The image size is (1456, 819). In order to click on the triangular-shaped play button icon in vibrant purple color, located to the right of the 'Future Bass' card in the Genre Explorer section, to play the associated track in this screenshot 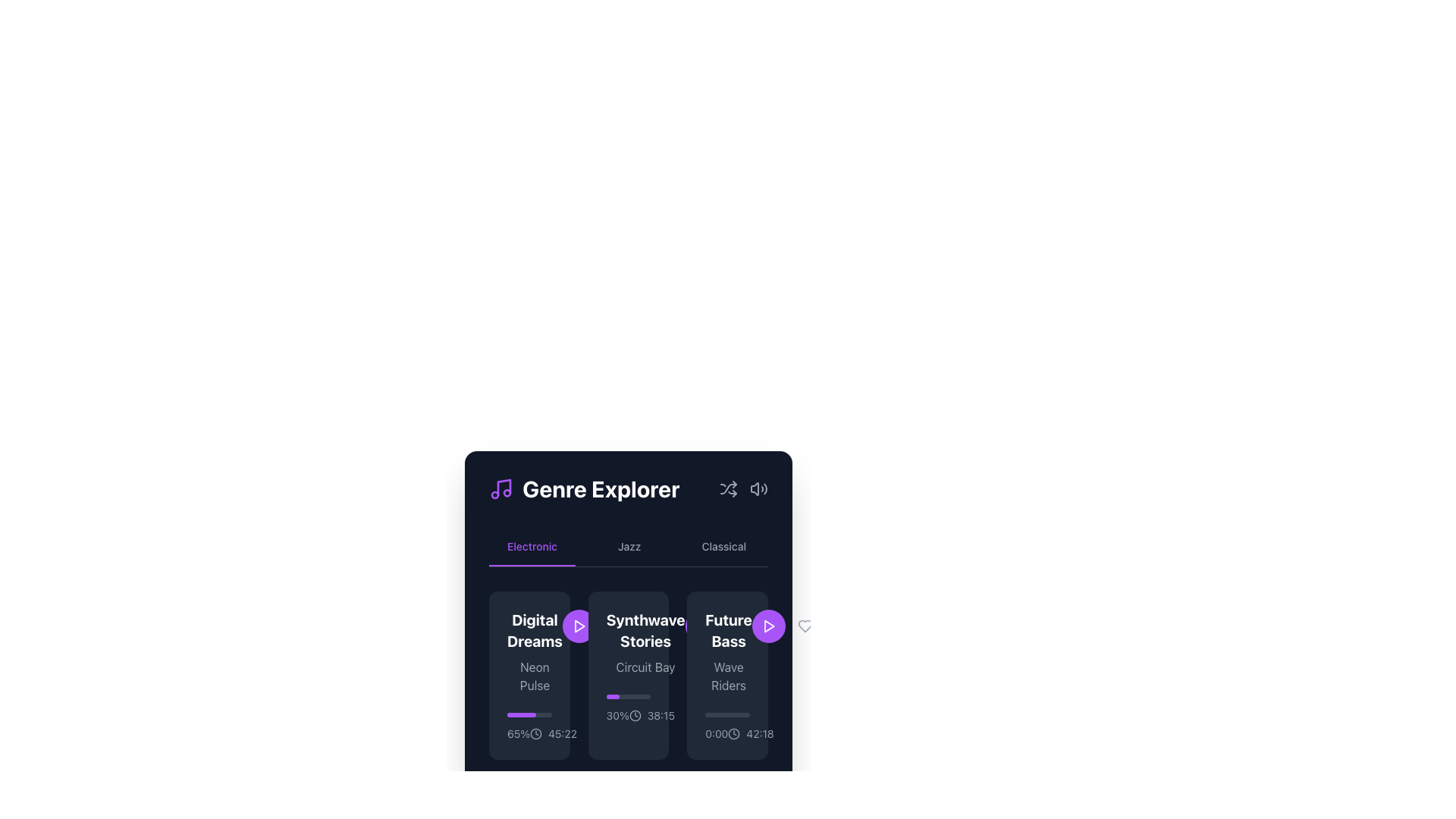, I will do `click(769, 626)`.